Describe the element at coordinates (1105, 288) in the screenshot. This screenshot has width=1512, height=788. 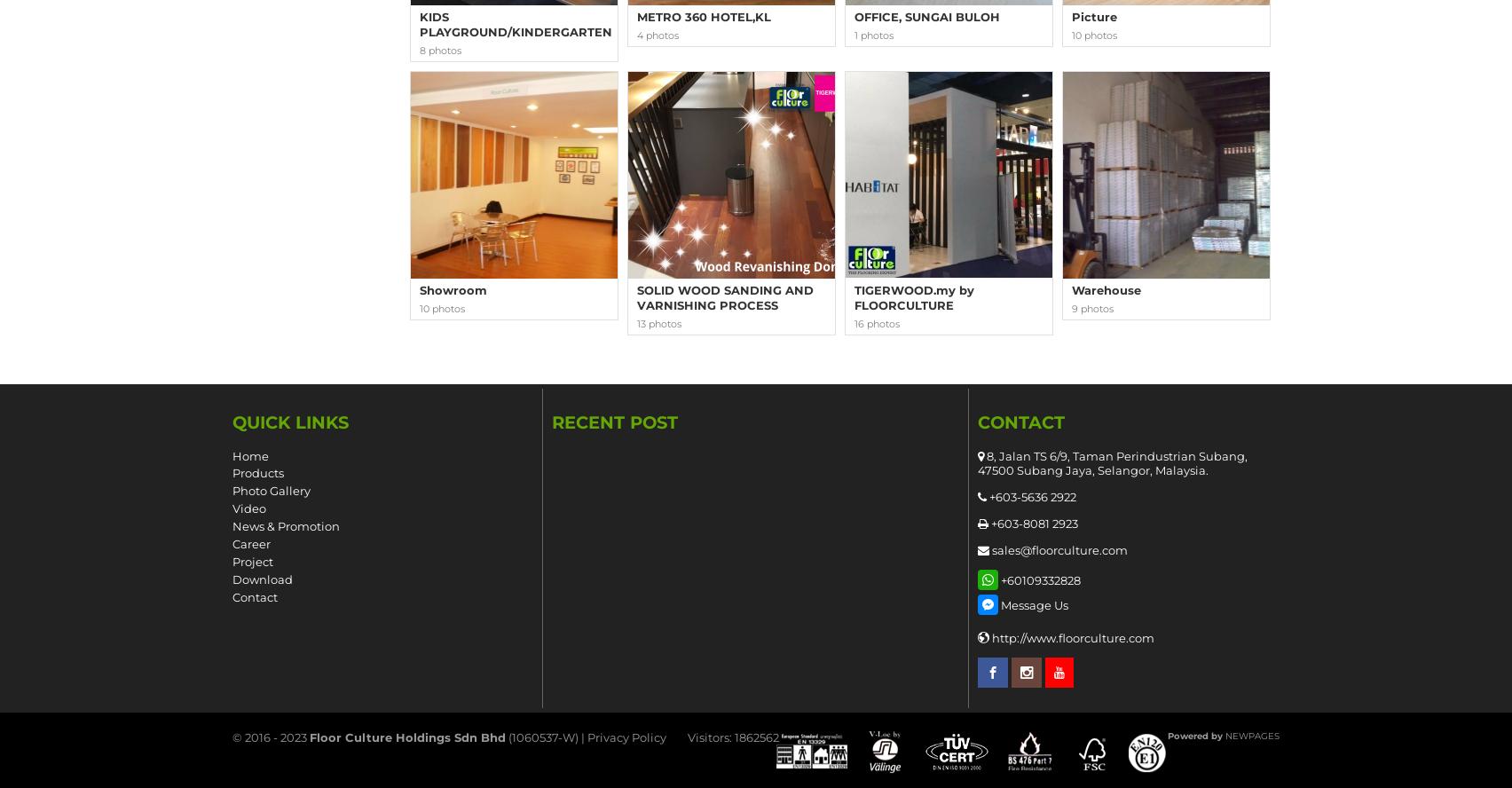
I see `'Warehouse'` at that location.